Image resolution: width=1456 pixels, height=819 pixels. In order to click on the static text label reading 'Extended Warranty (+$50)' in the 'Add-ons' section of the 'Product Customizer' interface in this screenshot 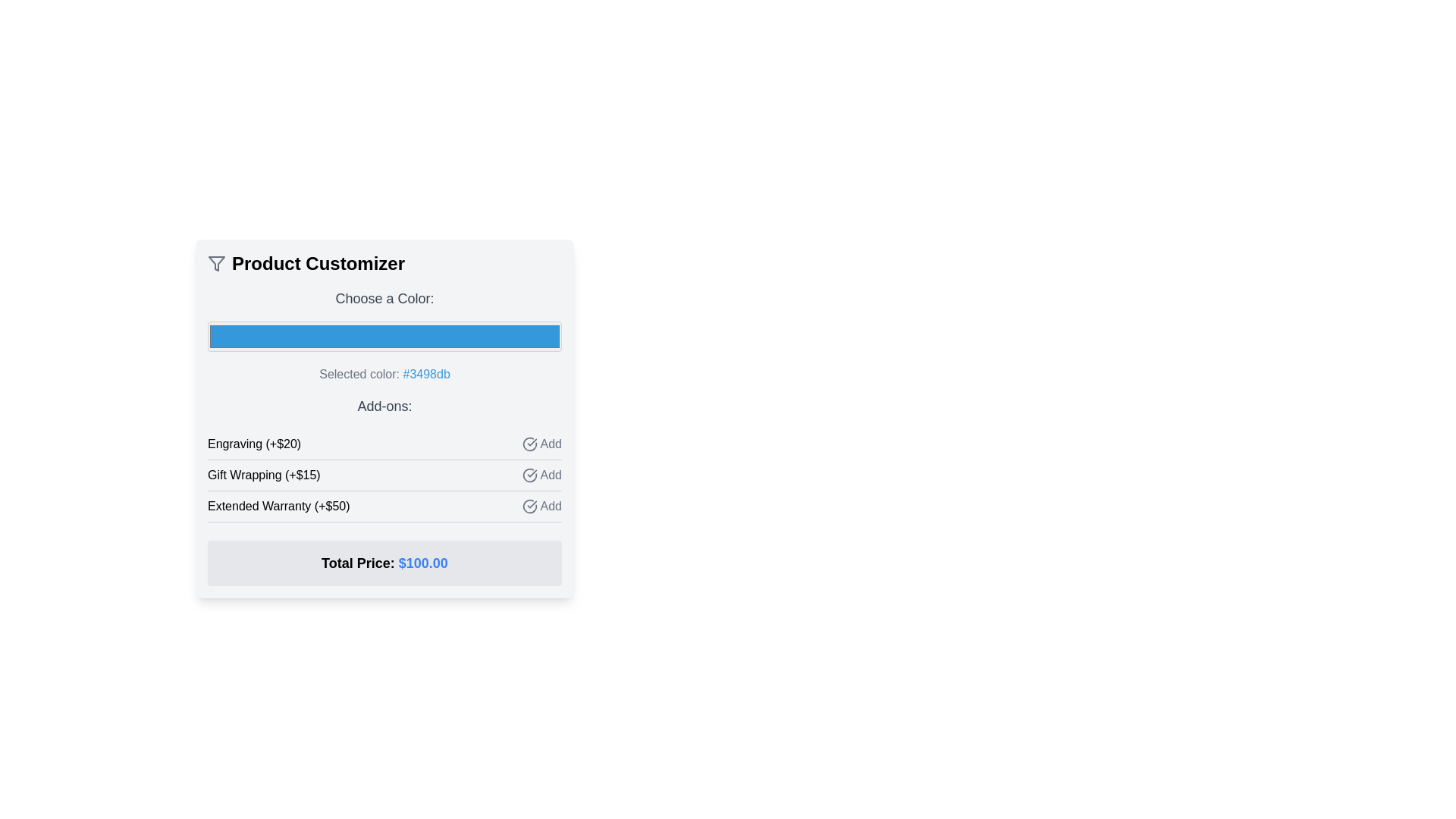, I will do `click(278, 506)`.